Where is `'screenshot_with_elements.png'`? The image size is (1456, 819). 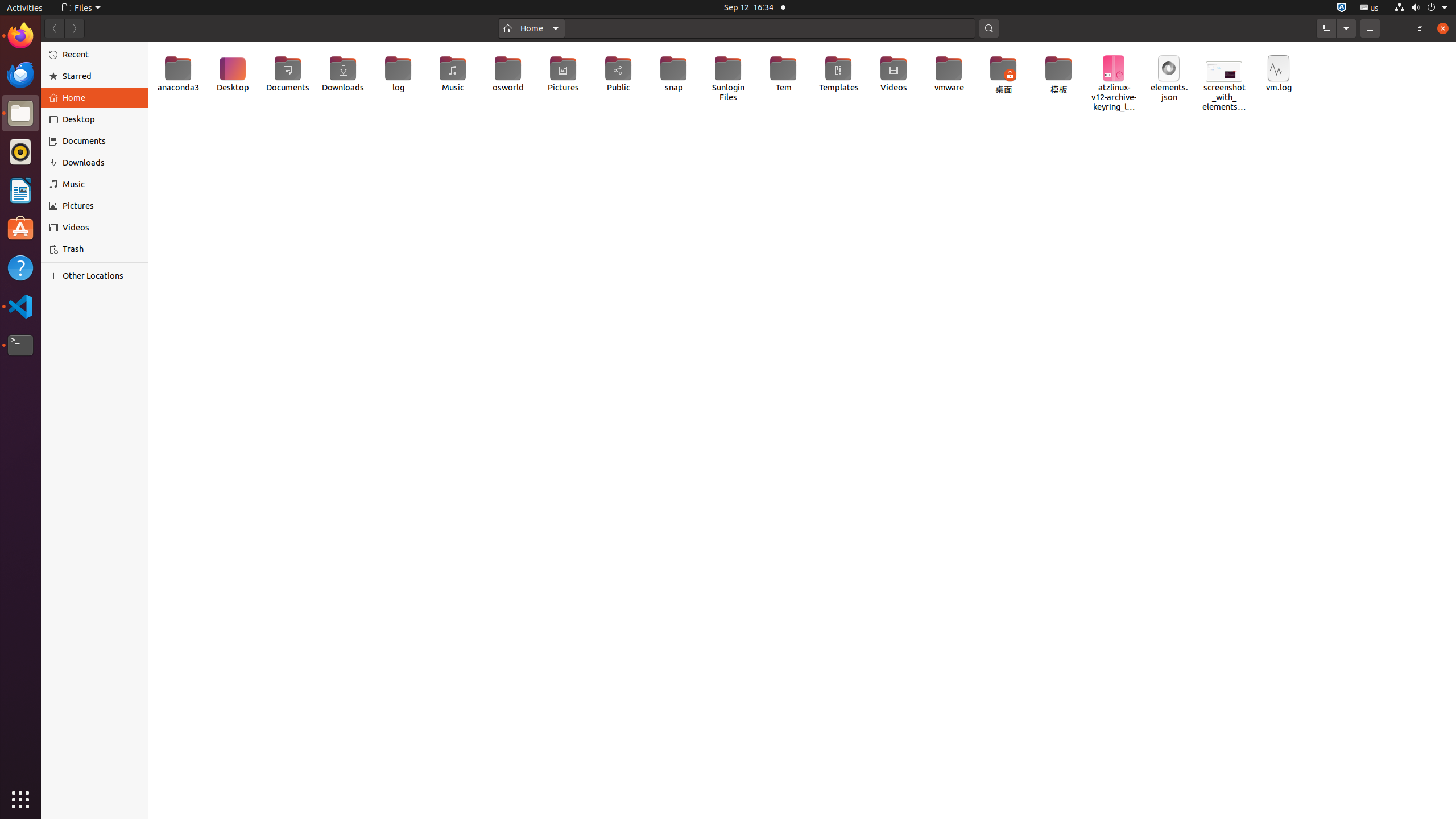 'screenshot_with_elements.png' is located at coordinates (1223, 78).